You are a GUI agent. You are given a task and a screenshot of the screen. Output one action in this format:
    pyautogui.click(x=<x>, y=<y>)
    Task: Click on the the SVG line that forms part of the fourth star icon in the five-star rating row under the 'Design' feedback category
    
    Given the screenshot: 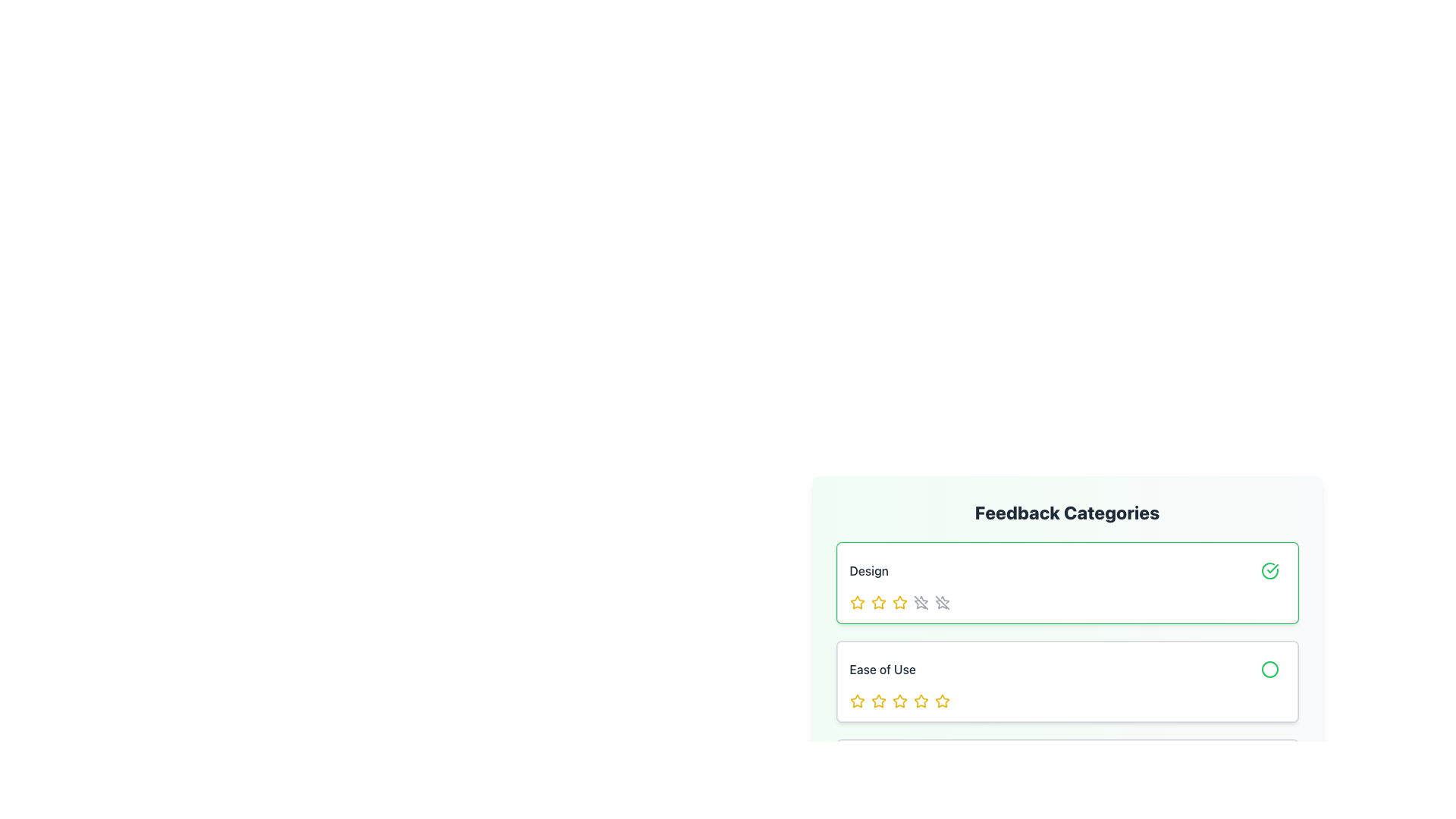 What is the action you would take?
    pyautogui.click(x=920, y=601)
    